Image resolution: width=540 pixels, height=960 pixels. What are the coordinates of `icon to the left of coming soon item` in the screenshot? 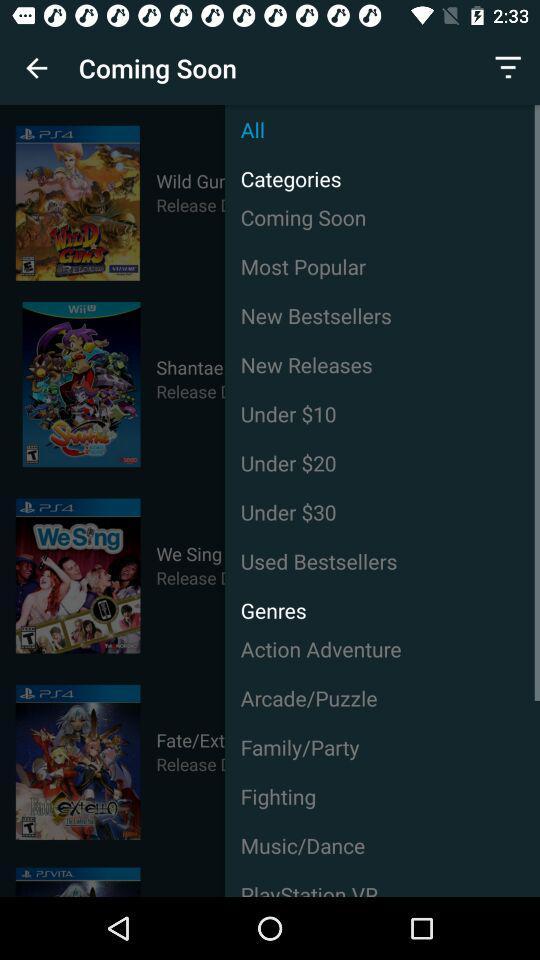 It's located at (36, 68).